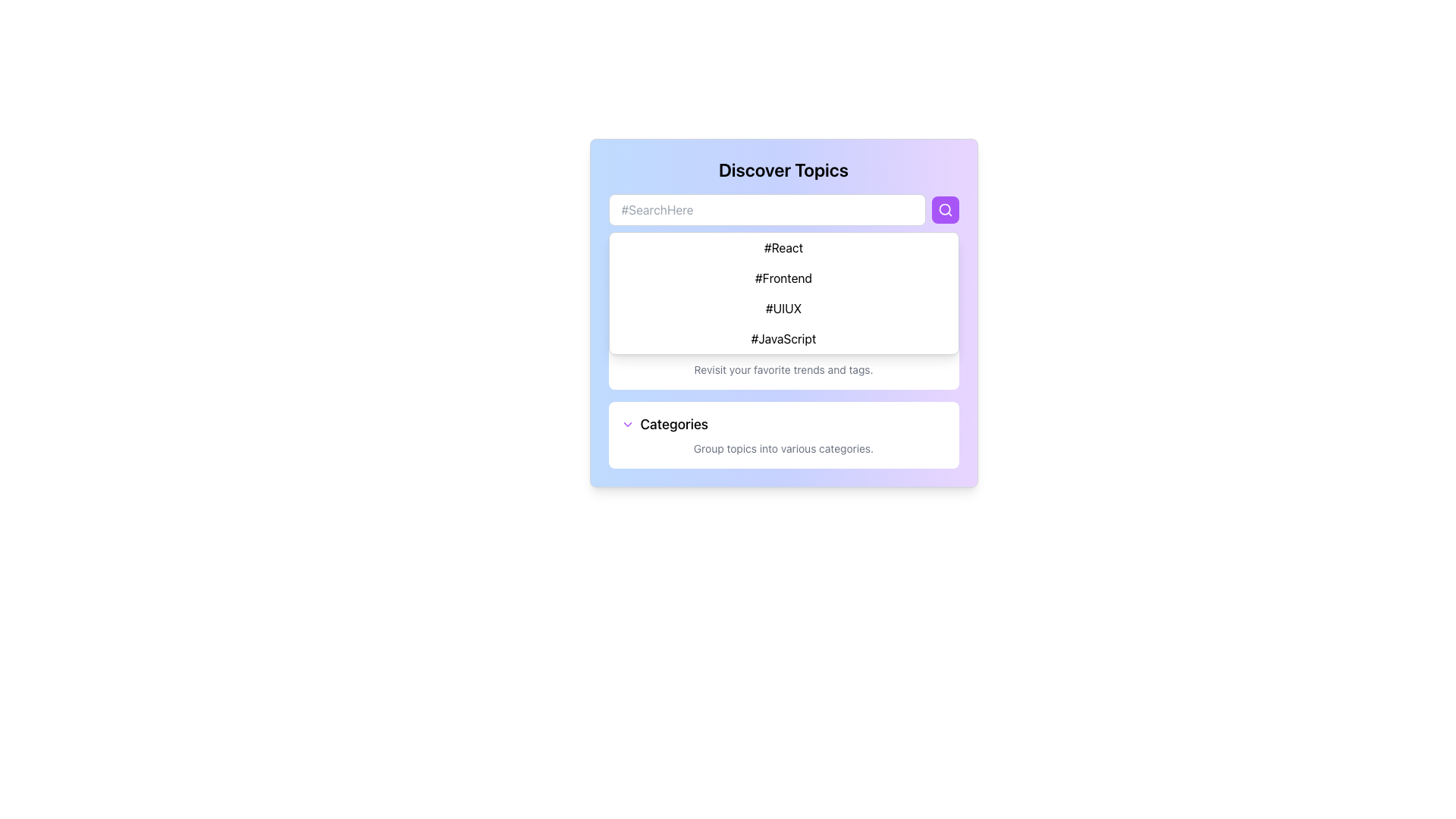 This screenshot has height=819, width=1456. Describe the element at coordinates (783, 447) in the screenshot. I see `the Static Text element displaying 'Group topics into various categories.' located below the 'Categories' header` at that location.